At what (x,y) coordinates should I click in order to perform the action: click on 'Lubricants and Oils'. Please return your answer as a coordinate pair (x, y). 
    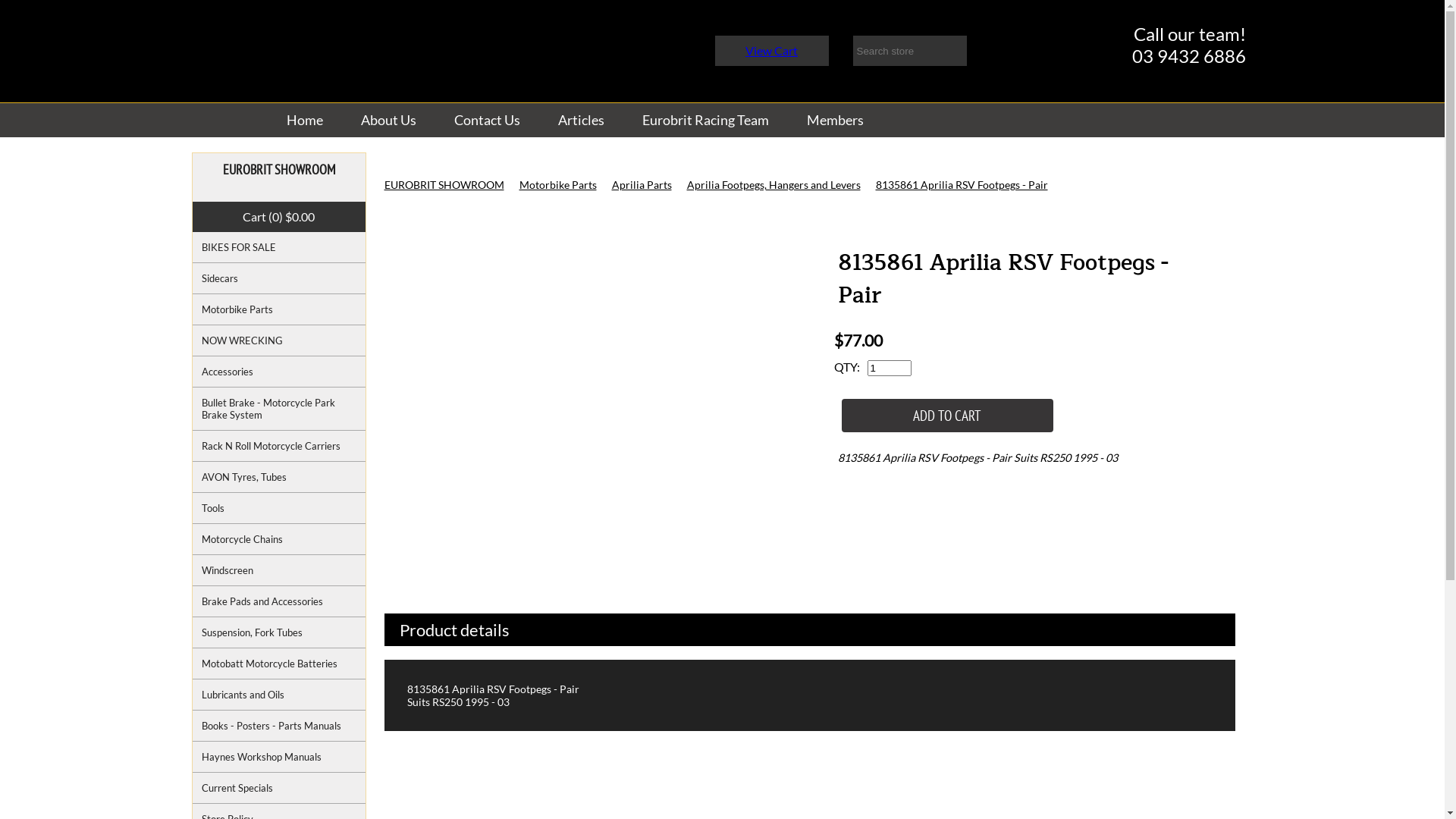
    Looking at the image, I should click on (192, 695).